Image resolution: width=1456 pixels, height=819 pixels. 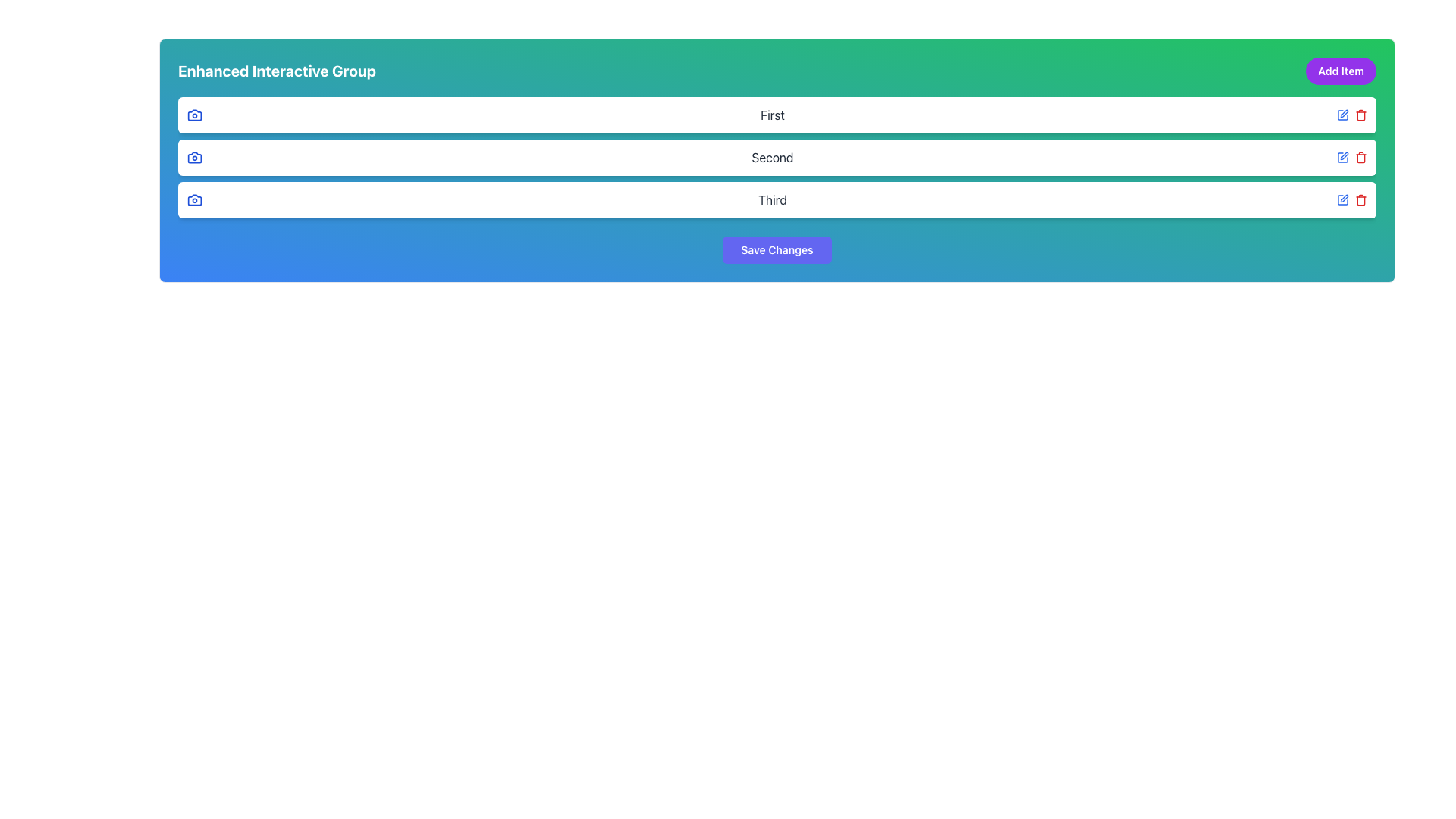 What do you see at coordinates (1343, 114) in the screenshot?
I see `the small blue pencil icon located on the right side of the 'First' entry in the list to initiate editing` at bounding box center [1343, 114].